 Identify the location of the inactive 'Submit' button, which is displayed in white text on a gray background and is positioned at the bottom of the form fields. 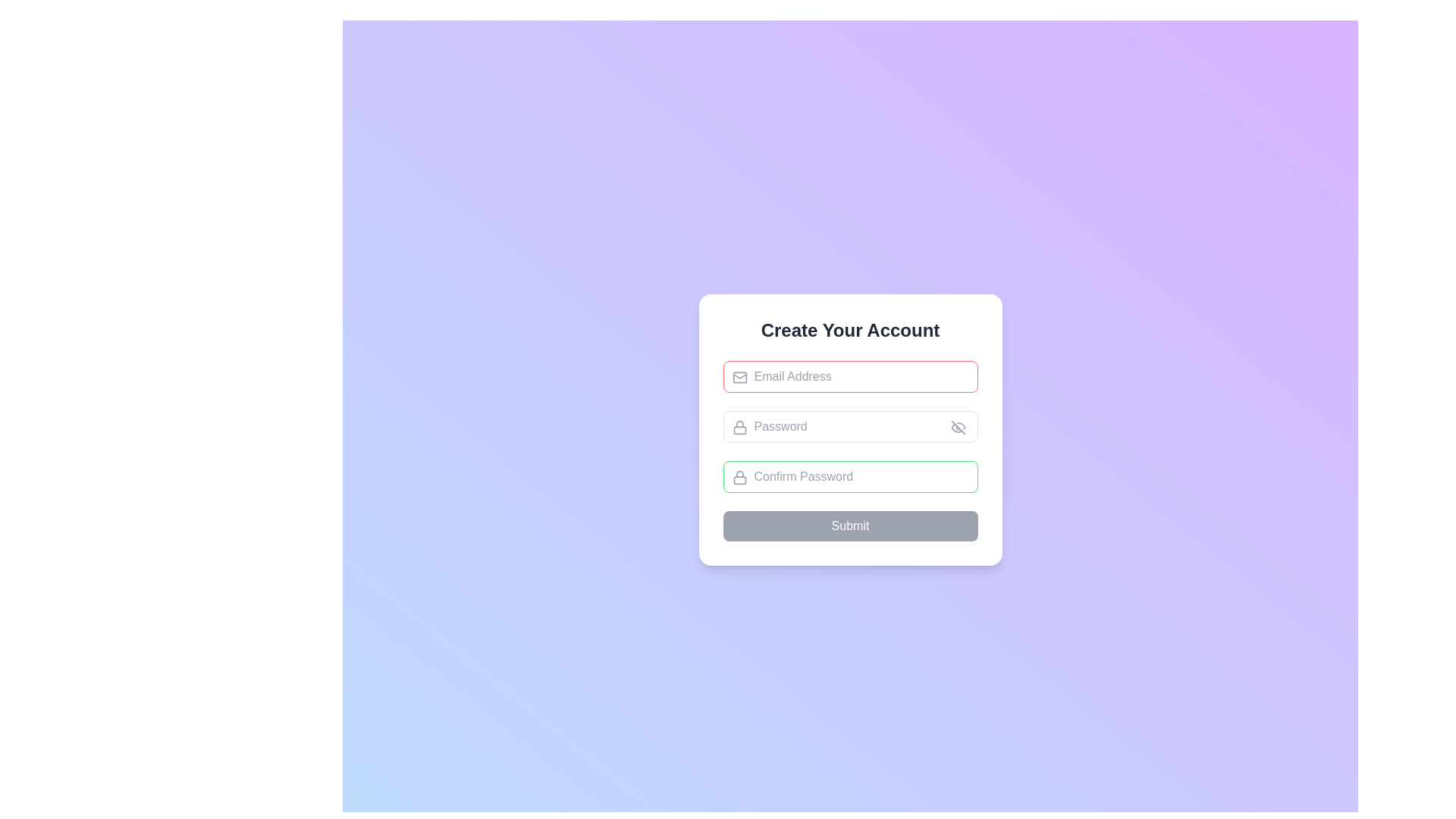
(850, 526).